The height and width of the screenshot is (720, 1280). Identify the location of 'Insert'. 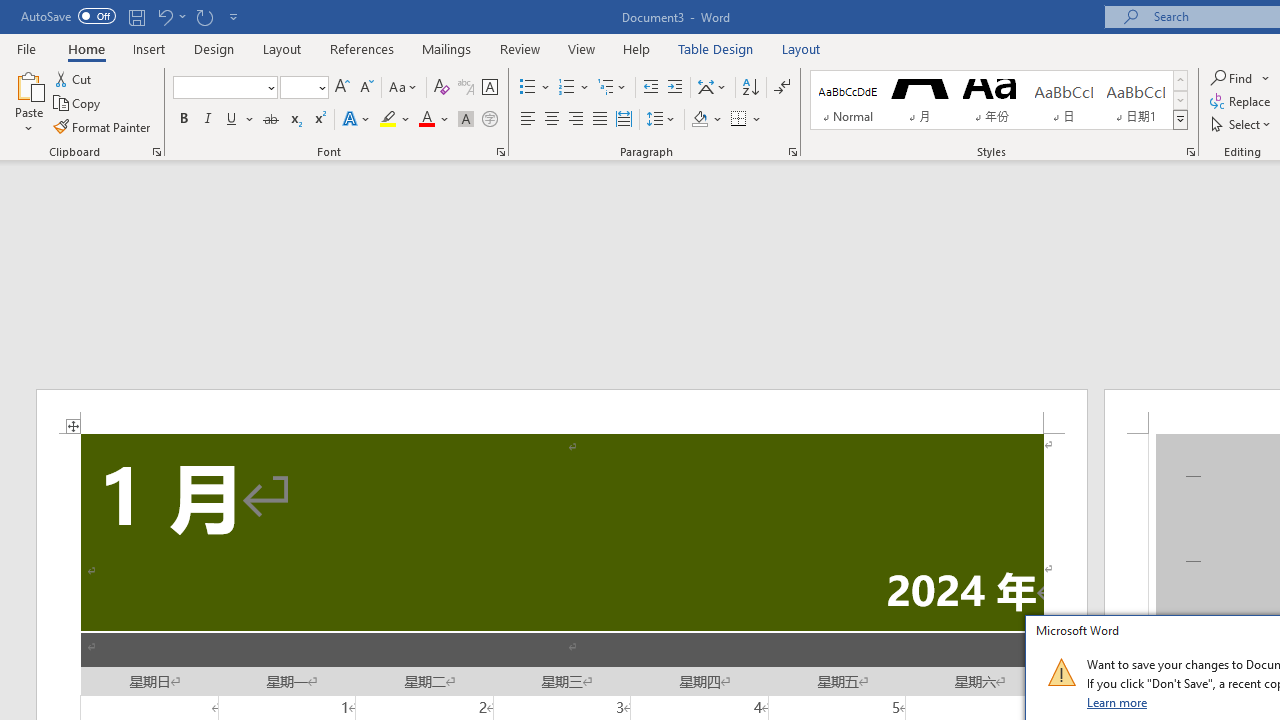
(148, 48).